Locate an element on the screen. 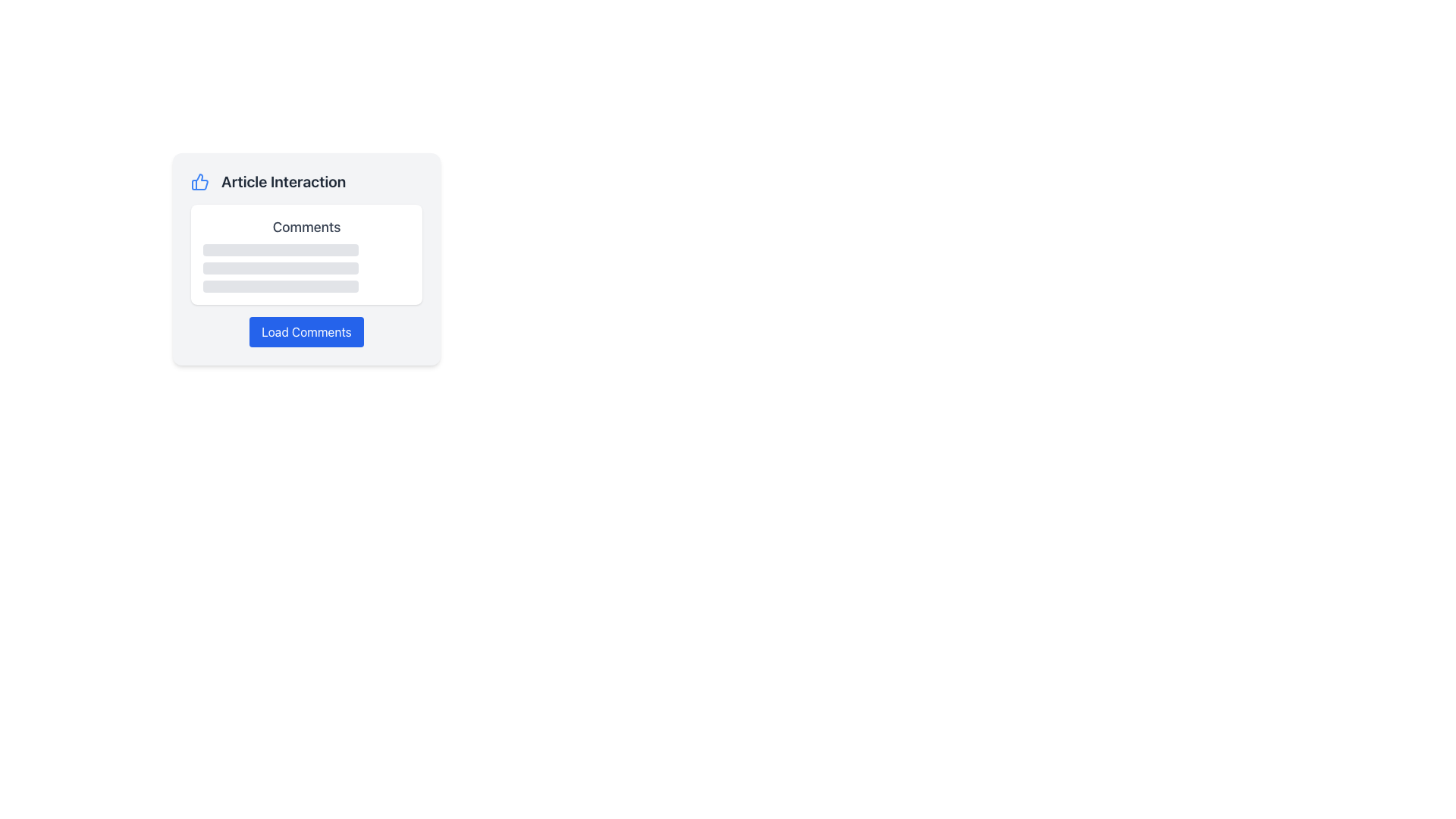 The height and width of the screenshot is (819, 1456). the rectangular button with rounded edges that has a blue background and white text displaying 'Load Comments' is located at coordinates (306, 331).